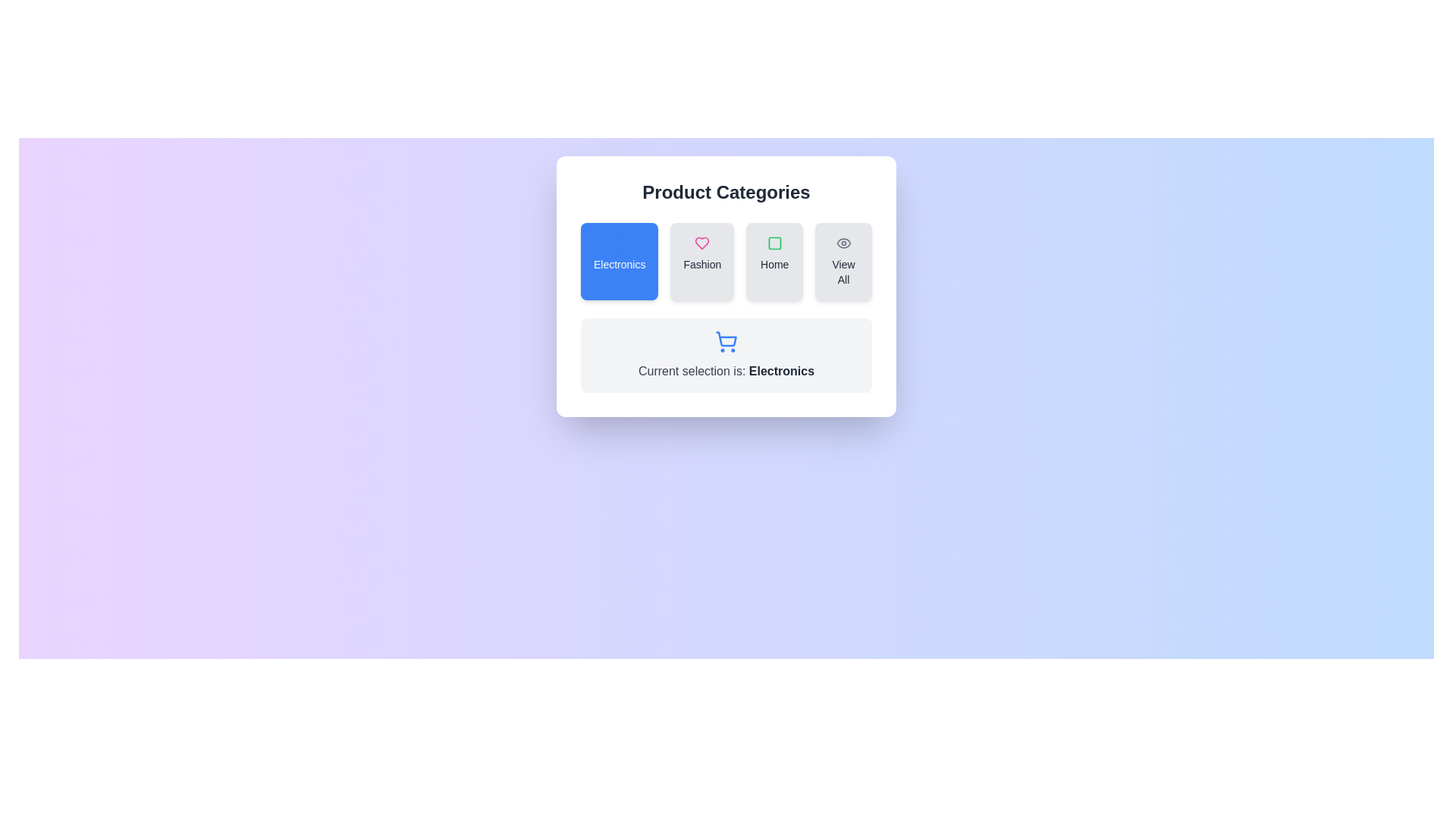 Image resolution: width=1456 pixels, height=819 pixels. Describe the element at coordinates (774, 260) in the screenshot. I see `the 'Home' button, which is a rectangular button with a light gray background, rounded corners, and a green square icon above the text, located in the 'Product Categories' section` at that location.